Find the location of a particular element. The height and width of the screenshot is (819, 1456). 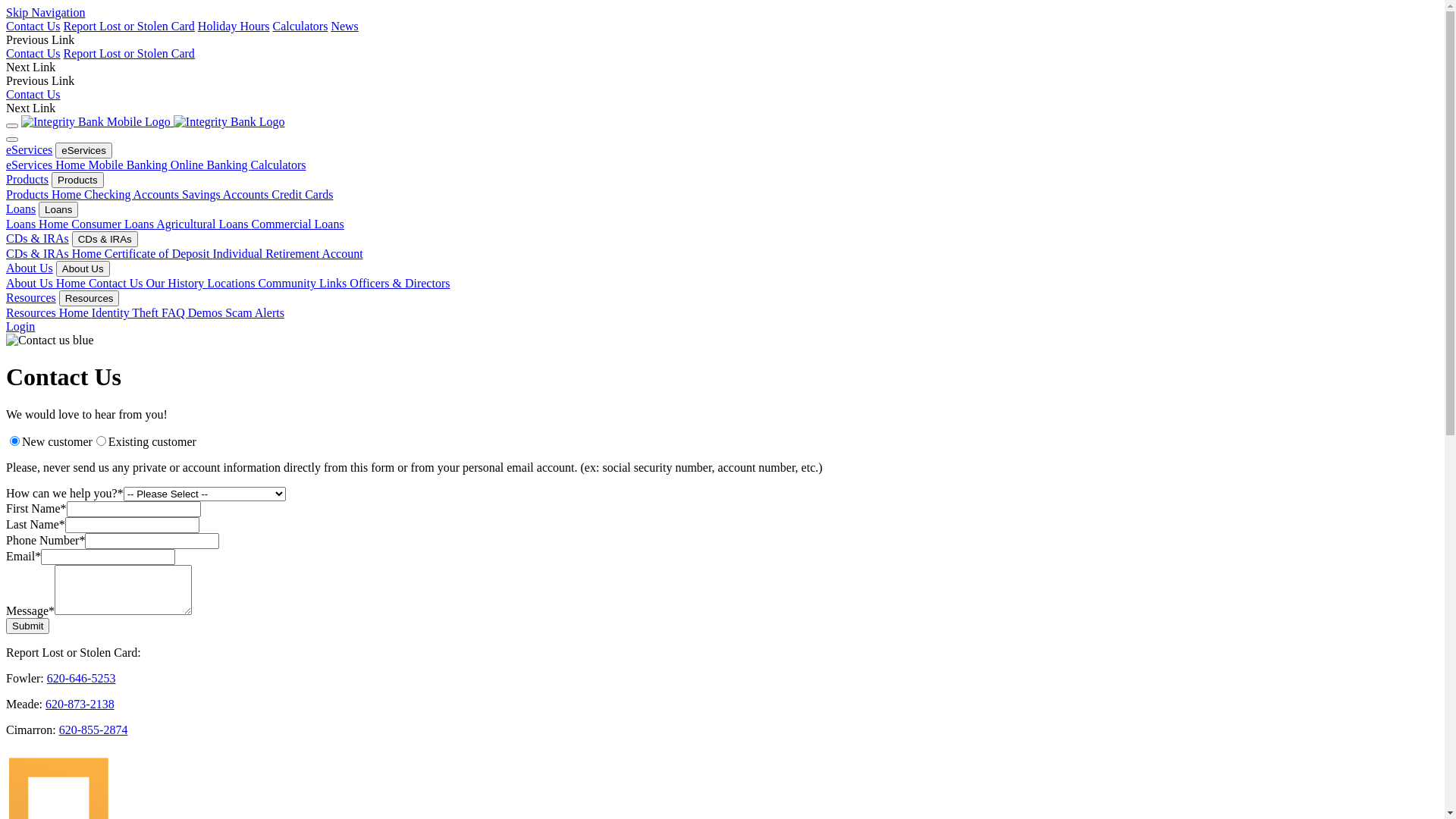

'Commercial Loans' is located at coordinates (298, 224).